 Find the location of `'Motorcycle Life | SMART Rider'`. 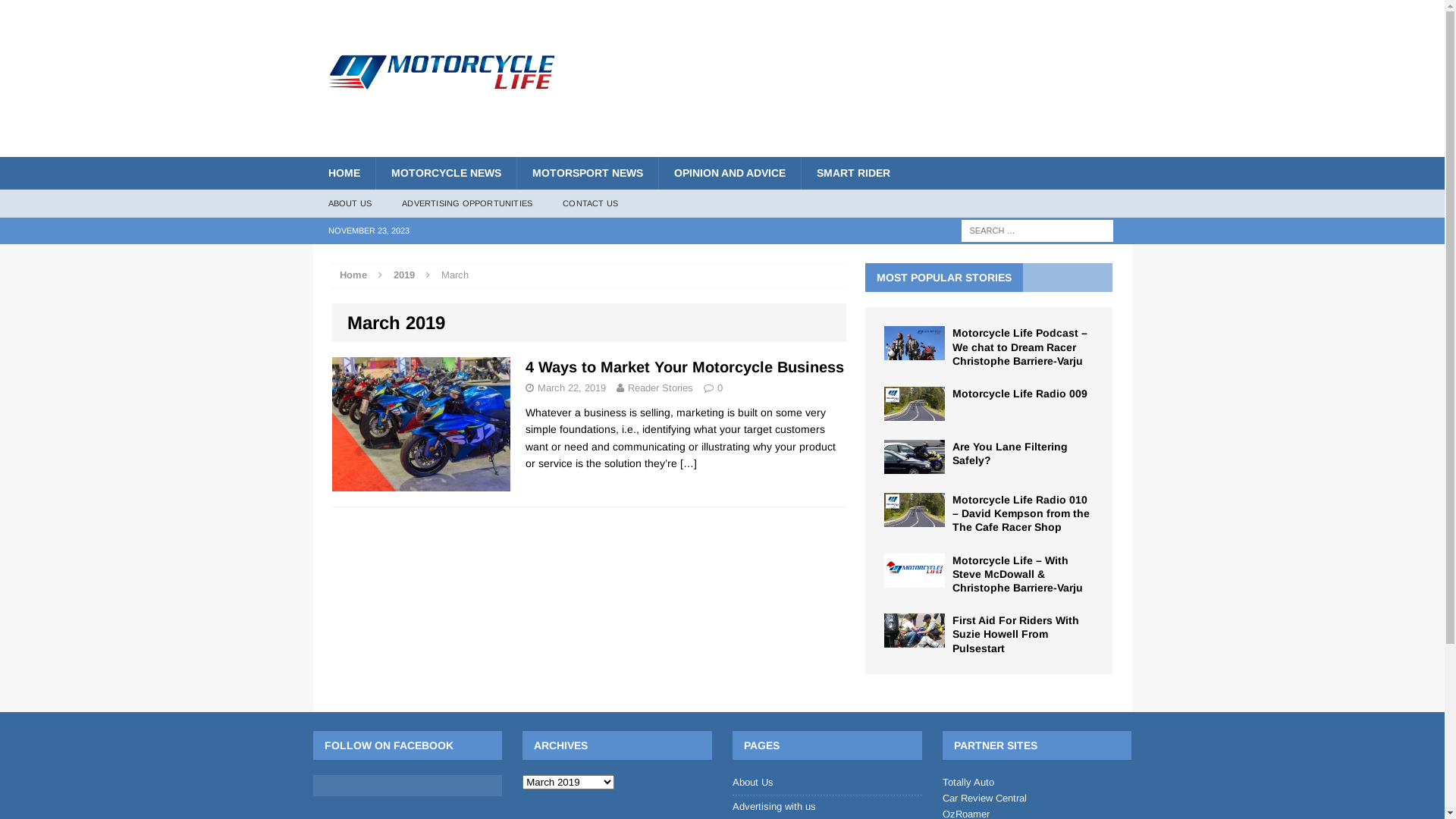

'Motorcycle Life | SMART Rider' is located at coordinates (441, 52).